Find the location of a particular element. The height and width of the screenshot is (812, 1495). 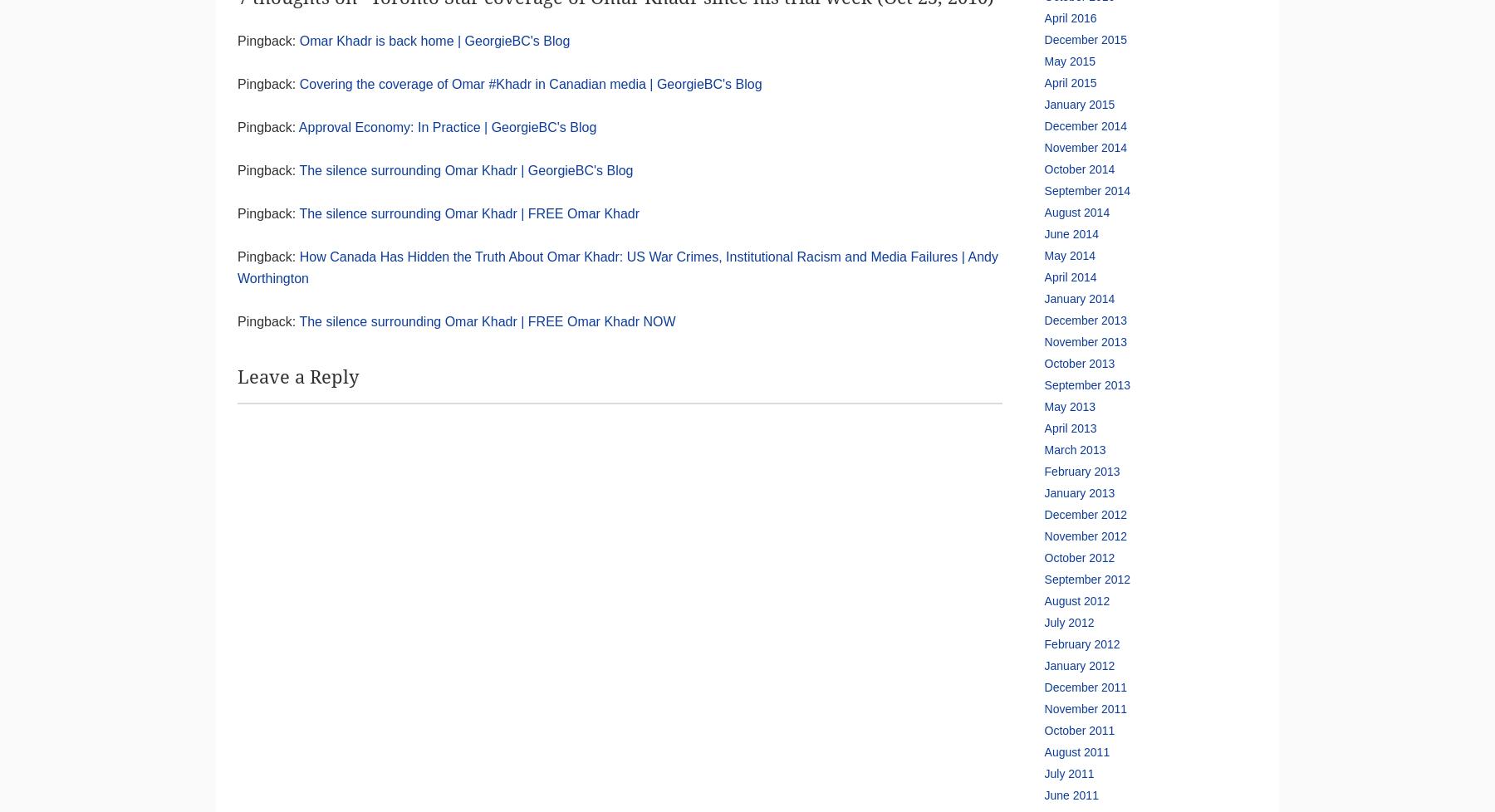

'November 2012' is located at coordinates (1085, 536).